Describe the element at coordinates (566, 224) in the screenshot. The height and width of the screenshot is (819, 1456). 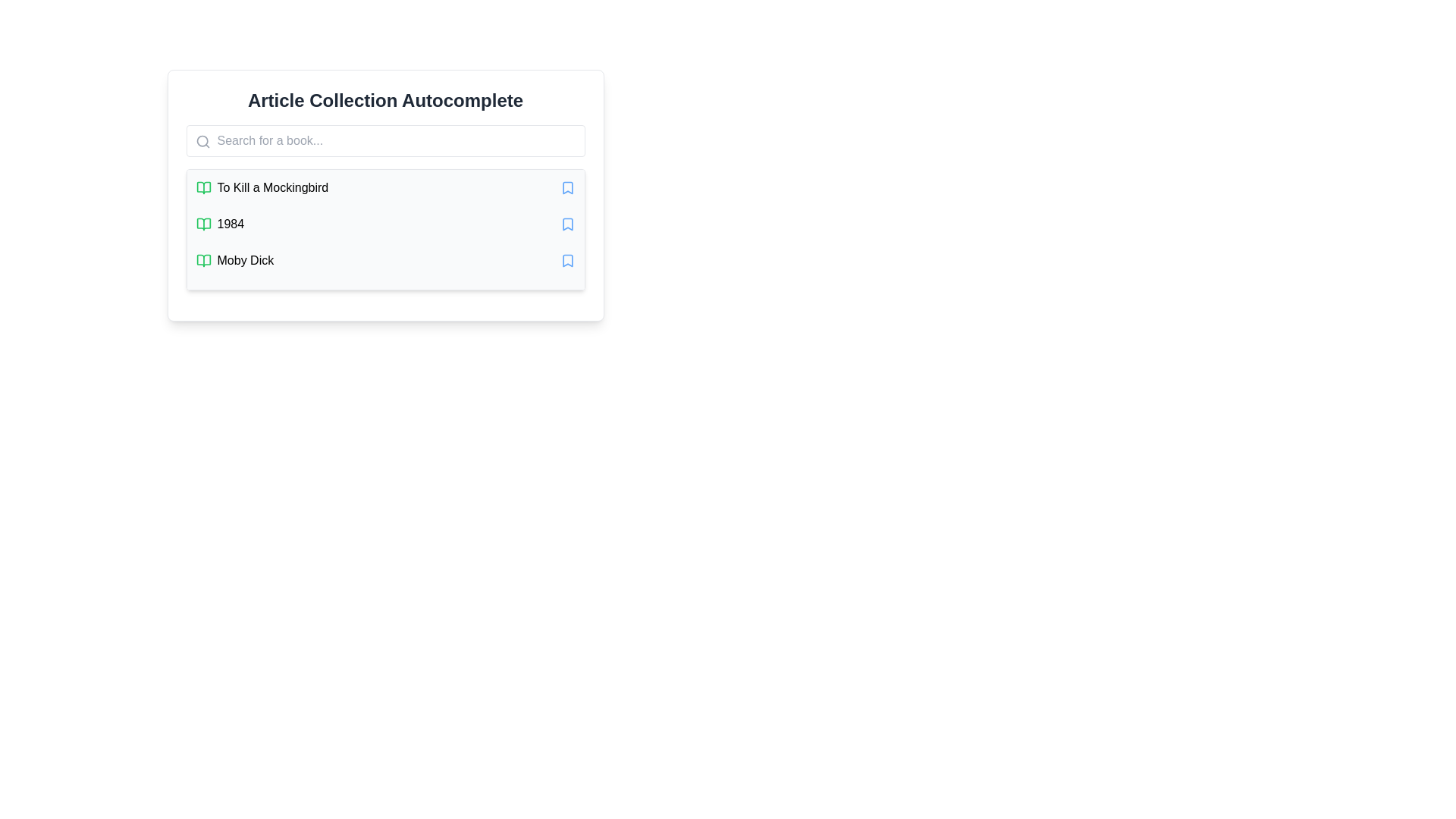
I see `the bookmark icon at the end of the row corresponding to '1984'` at that location.